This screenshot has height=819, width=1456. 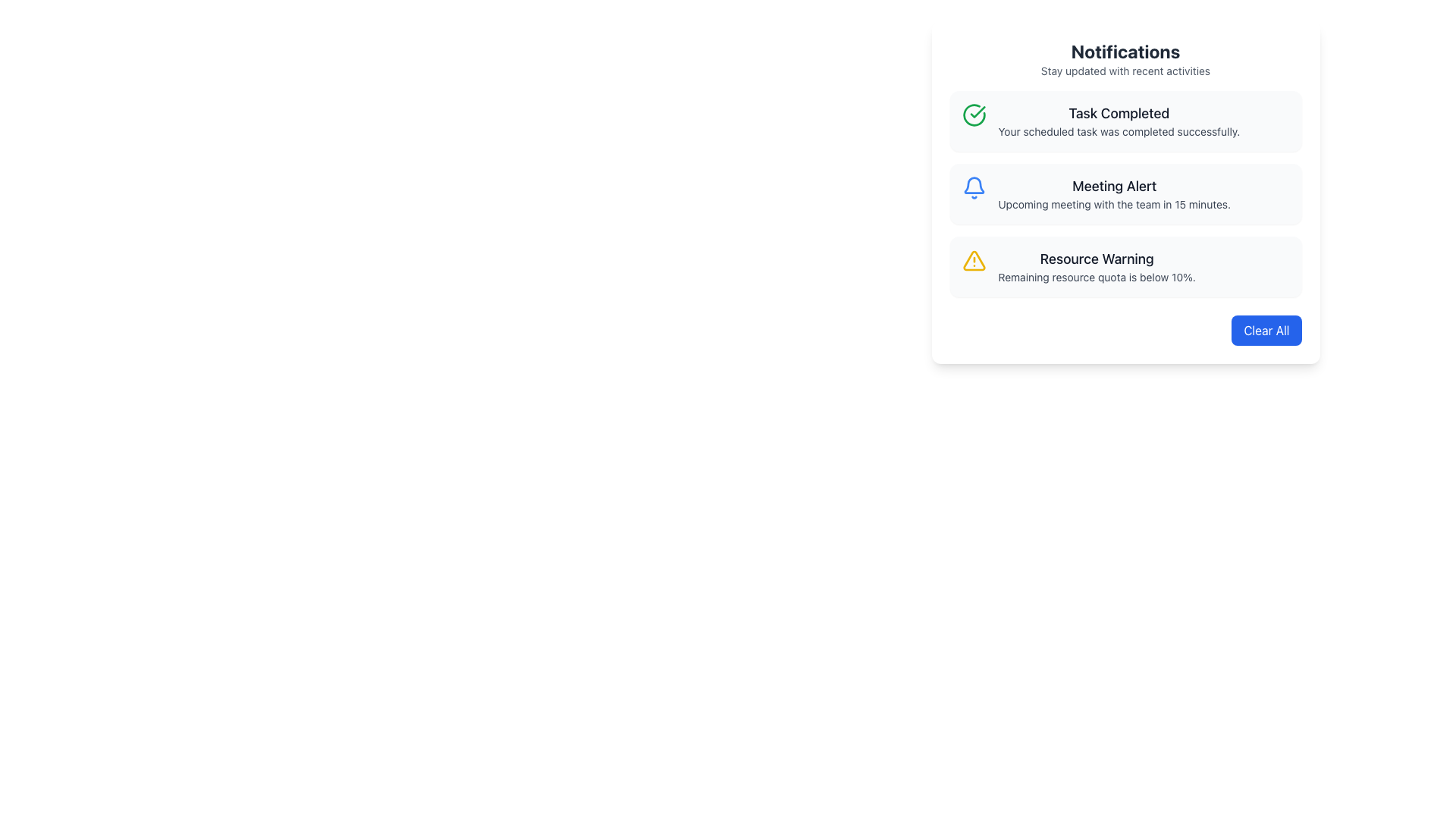 I want to click on the 'Task Completed' notification header that displays a success message in a notification card, so click(x=1119, y=120).